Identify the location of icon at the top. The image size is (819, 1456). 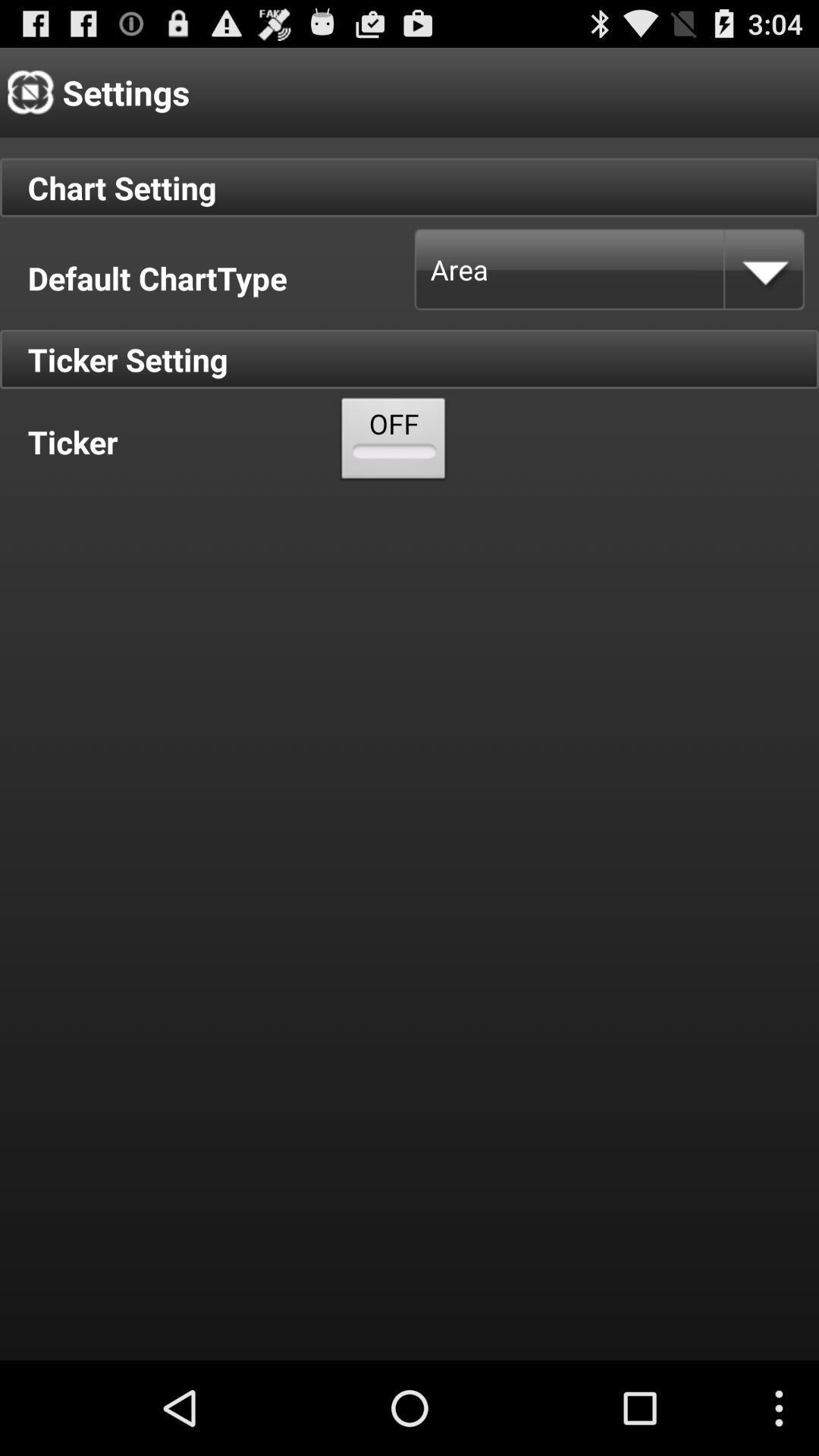
(393, 441).